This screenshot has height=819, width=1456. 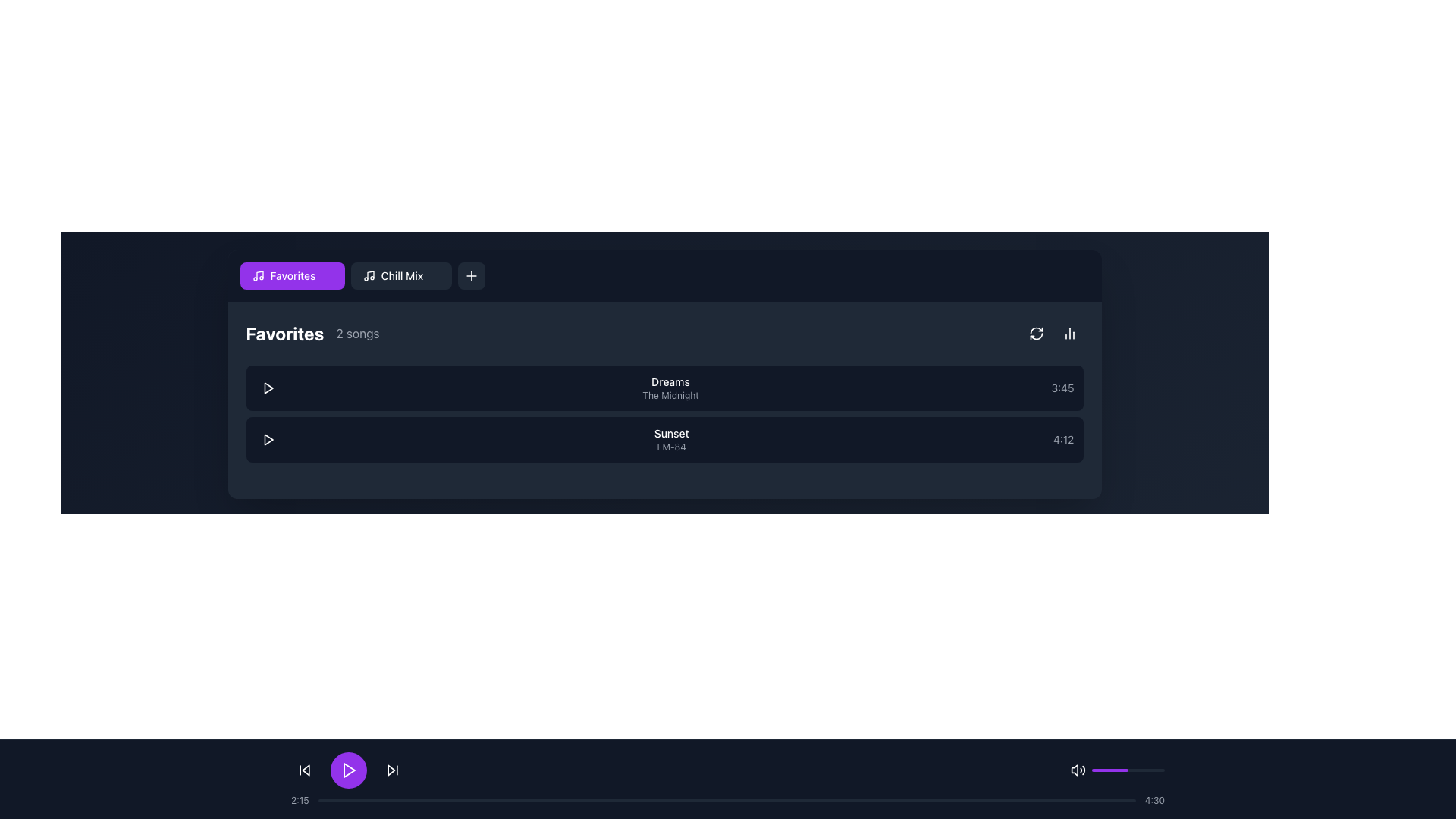 What do you see at coordinates (670, 388) in the screenshot?
I see `the text label displaying the song title 'Dreams' and artist name 'The Midnight', which is the first item in a vertical list of songs located below the 'Favorites' heading` at bounding box center [670, 388].